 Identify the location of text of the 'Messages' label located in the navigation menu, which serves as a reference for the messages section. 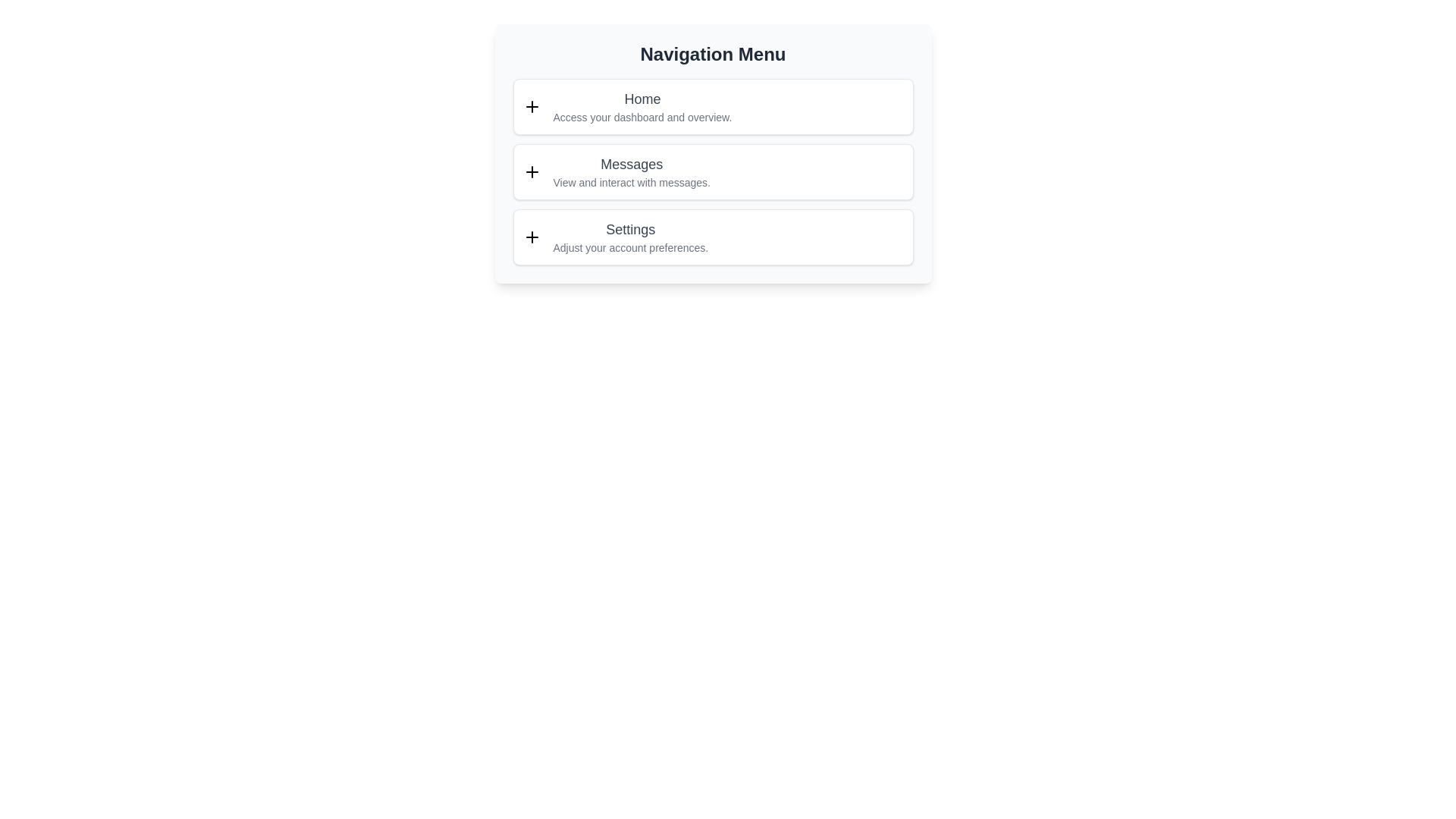
(632, 164).